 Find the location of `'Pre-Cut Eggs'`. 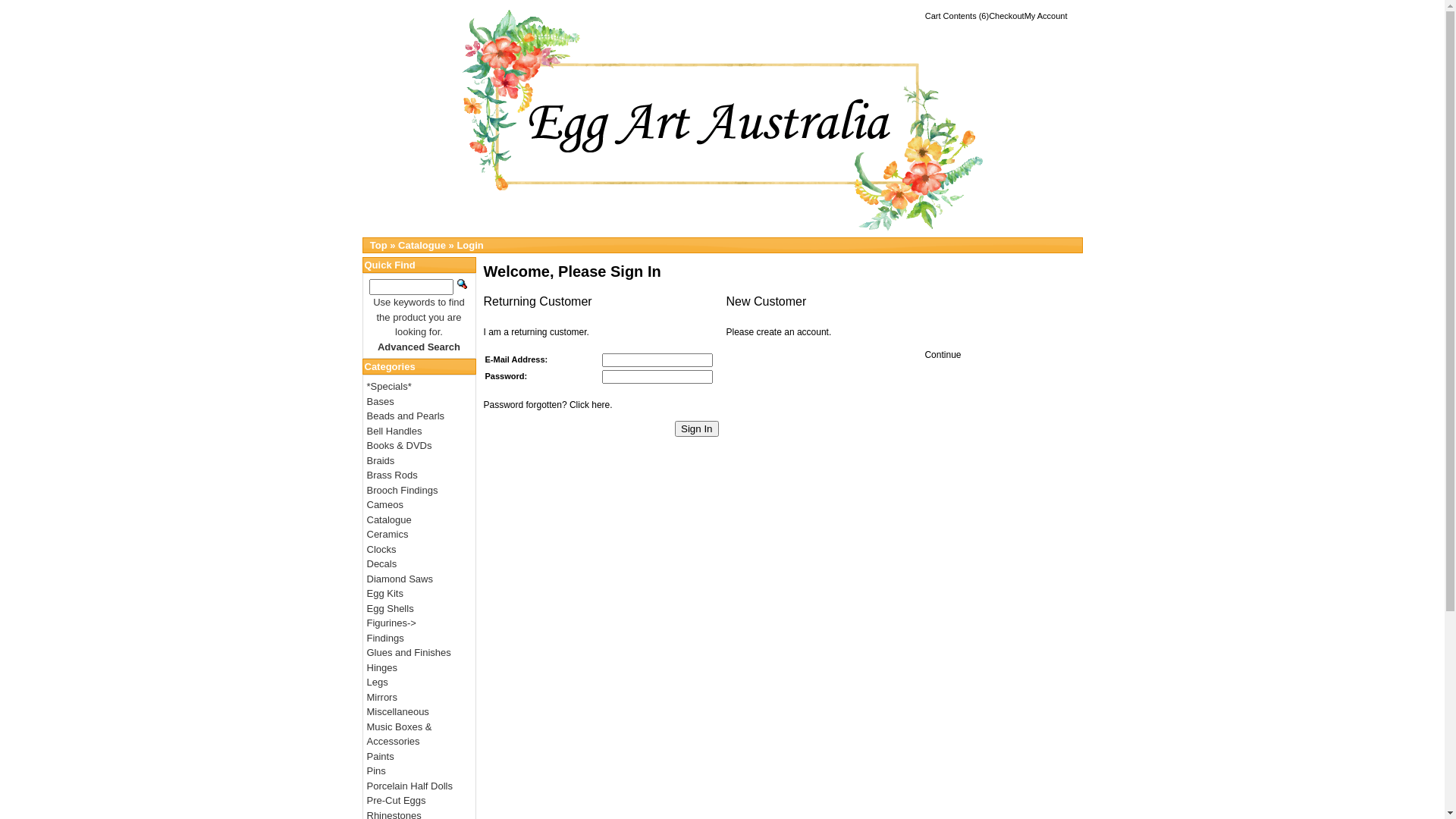

'Pre-Cut Eggs' is located at coordinates (397, 799).